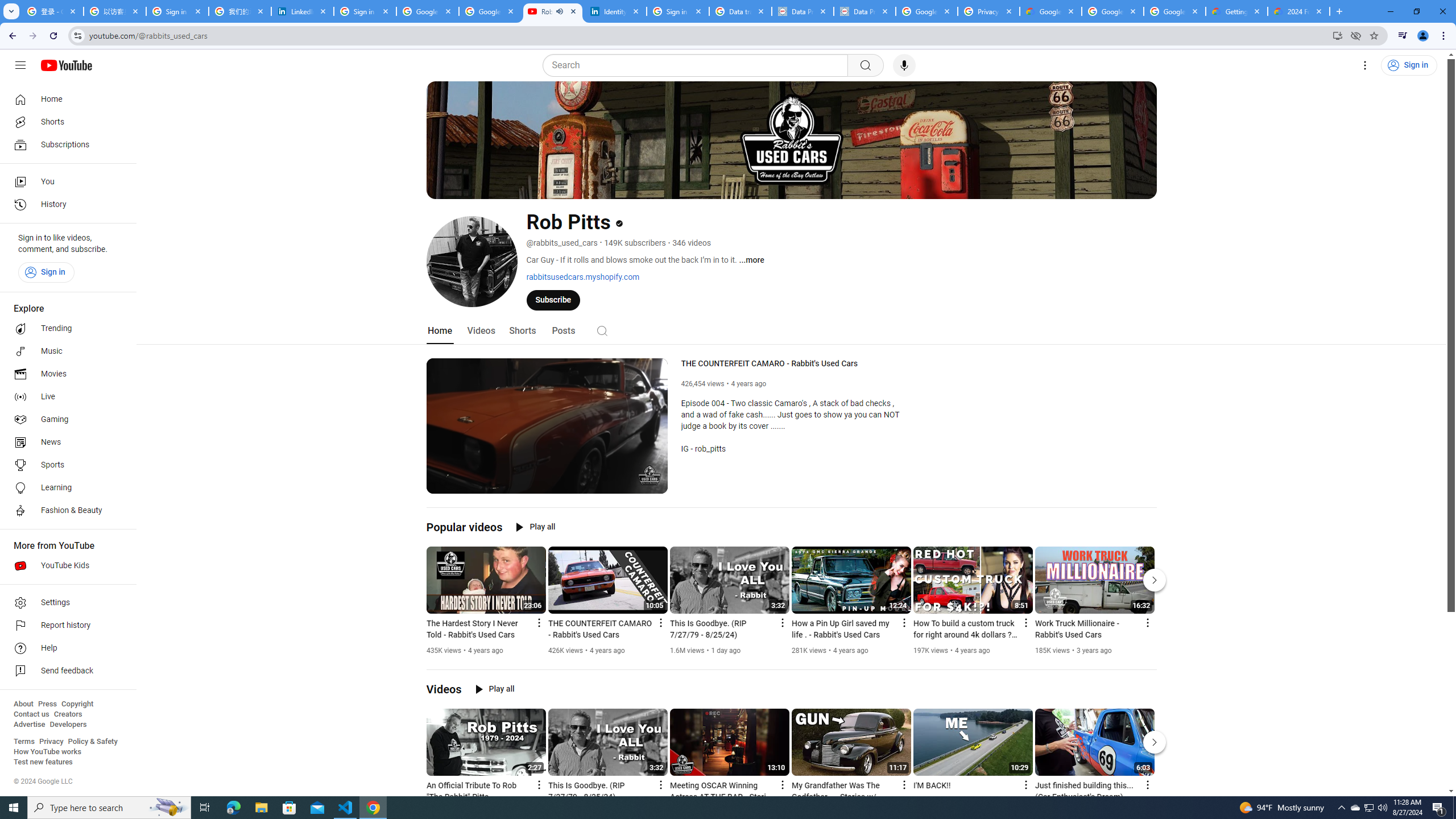 Image resolution: width=1456 pixels, height=819 pixels. What do you see at coordinates (1155, 741) in the screenshot?
I see `'Next'` at bounding box center [1155, 741].